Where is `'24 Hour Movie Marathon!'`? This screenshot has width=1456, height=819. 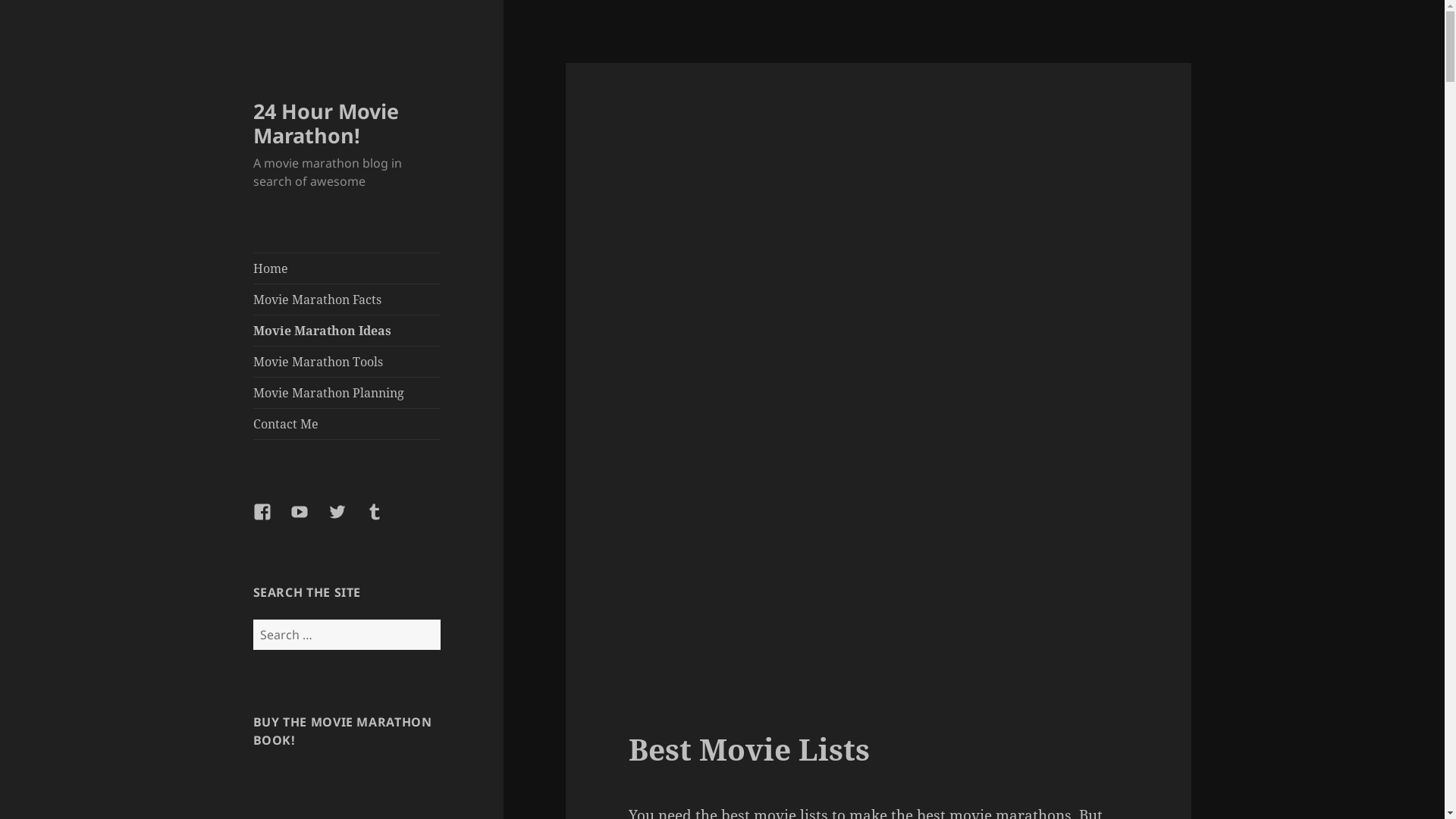
'24 Hour Movie Marathon!' is located at coordinates (325, 122).